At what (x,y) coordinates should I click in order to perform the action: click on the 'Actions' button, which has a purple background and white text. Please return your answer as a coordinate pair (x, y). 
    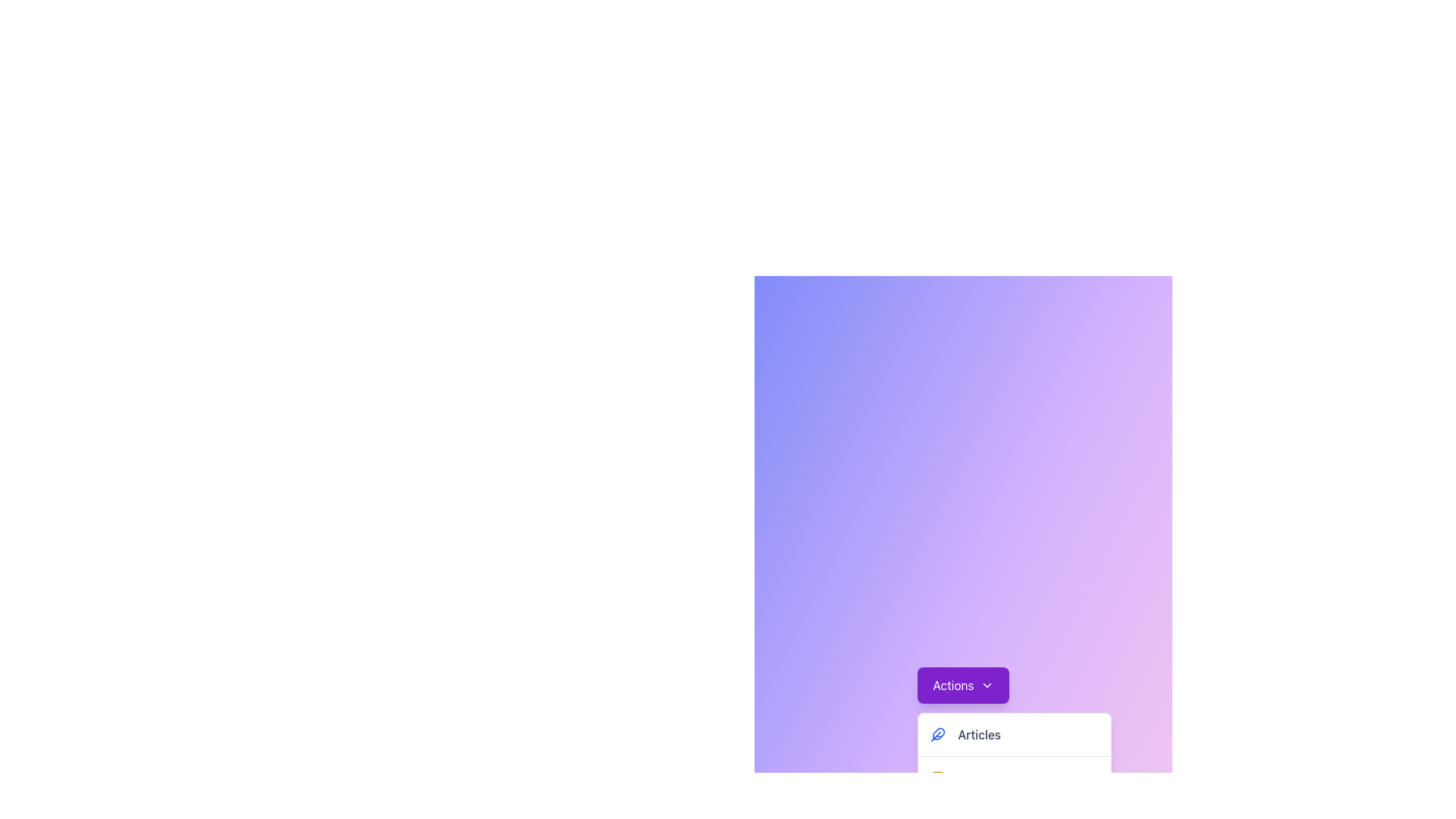
    Looking at the image, I should click on (962, 685).